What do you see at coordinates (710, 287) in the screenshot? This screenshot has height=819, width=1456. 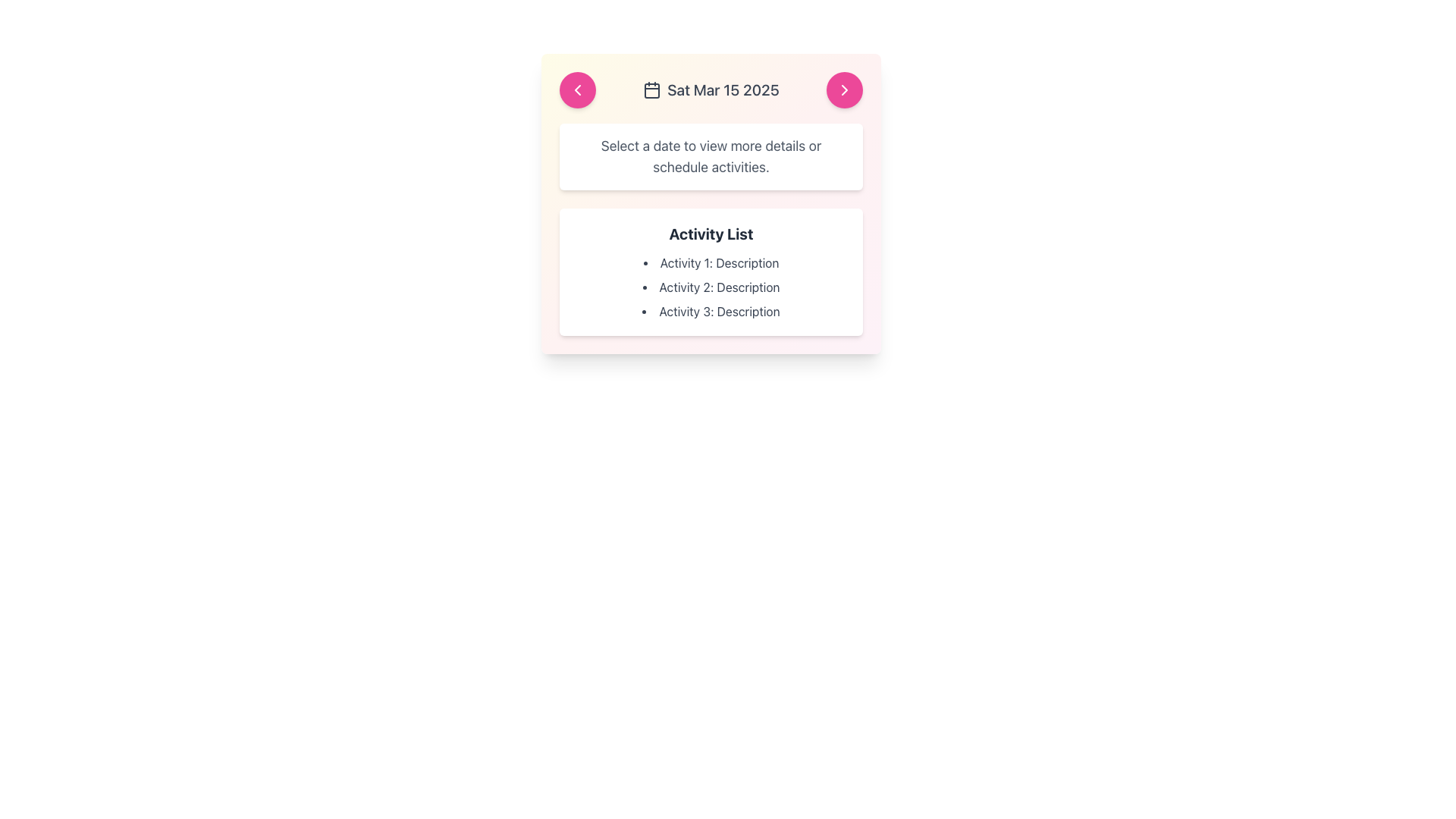 I see `the text label 'Activity 2: Description' which is the second item in a vertical list of activities, styled with a dark circular bullet point and displayed in a gray font` at bounding box center [710, 287].